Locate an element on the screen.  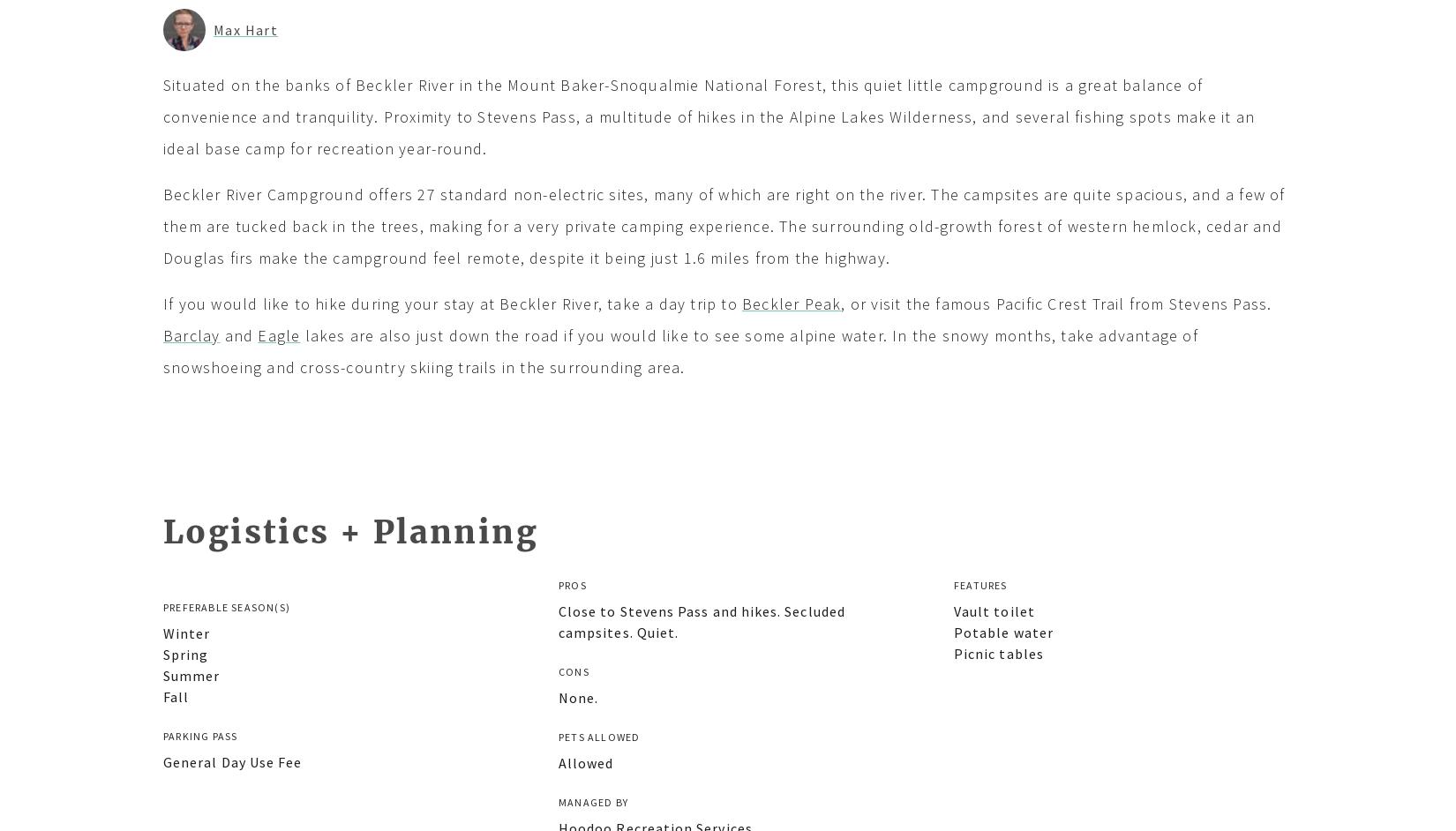
'Allowed' is located at coordinates (557, 762).